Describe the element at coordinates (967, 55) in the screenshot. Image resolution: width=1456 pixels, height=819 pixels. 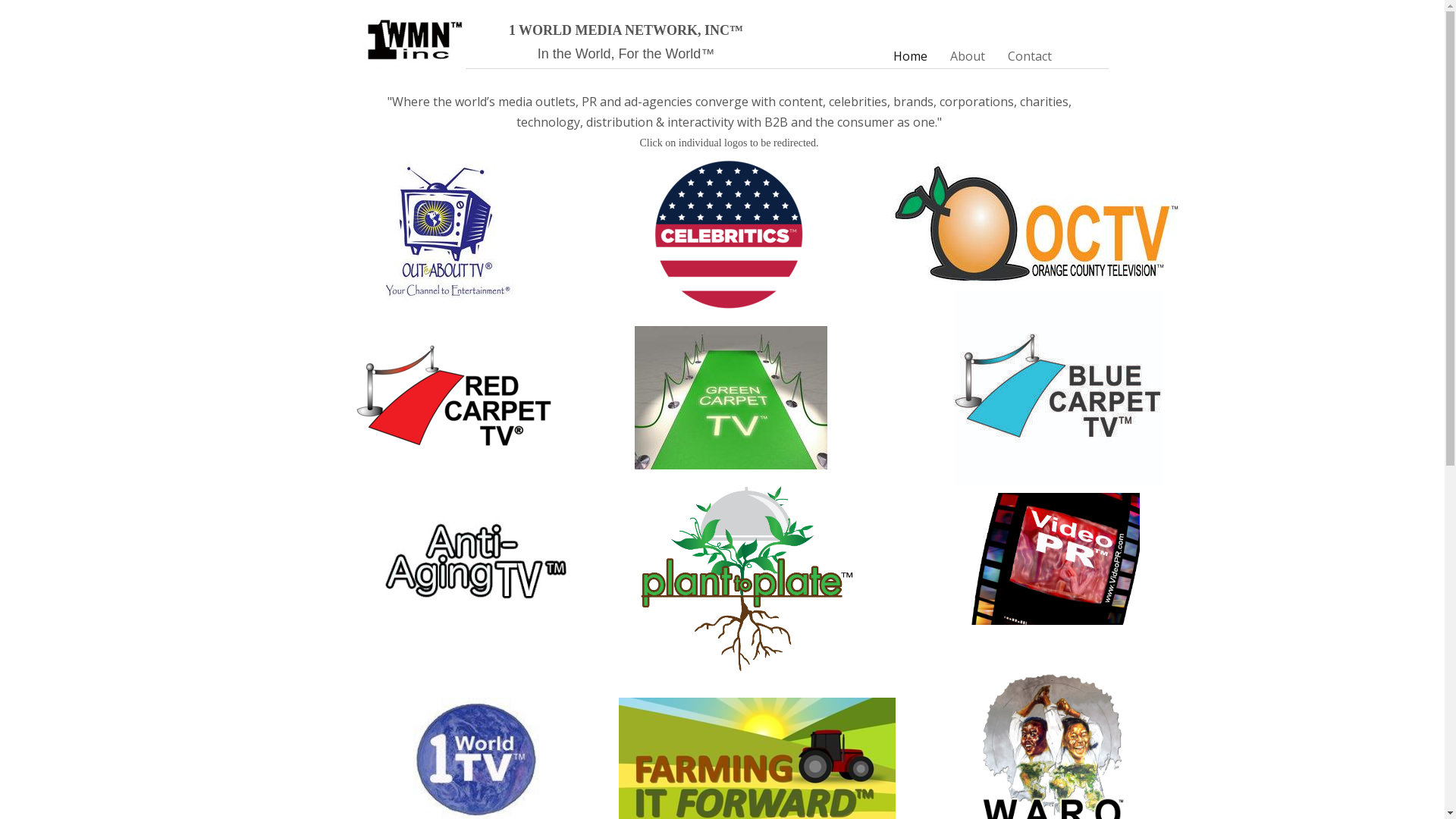
I see `'About'` at that location.